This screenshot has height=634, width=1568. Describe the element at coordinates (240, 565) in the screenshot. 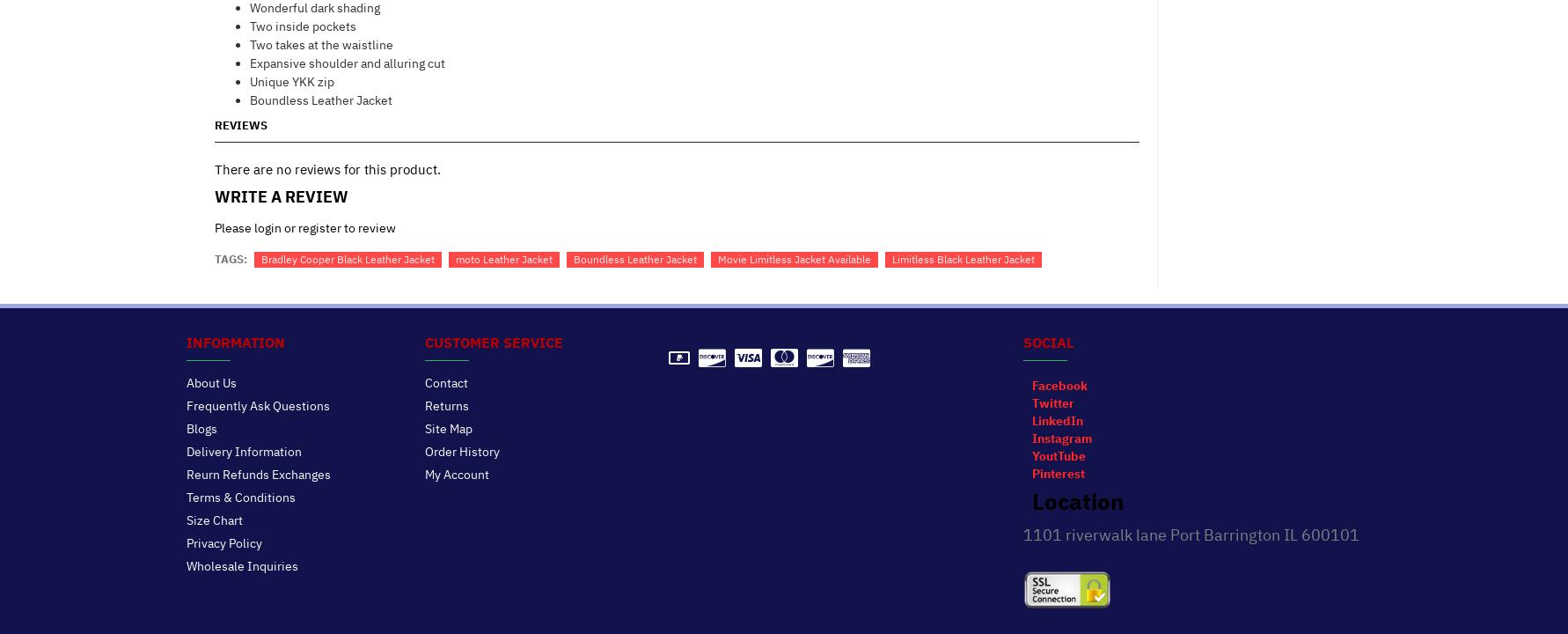

I see `'Wholesale Inquiries'` at that location.